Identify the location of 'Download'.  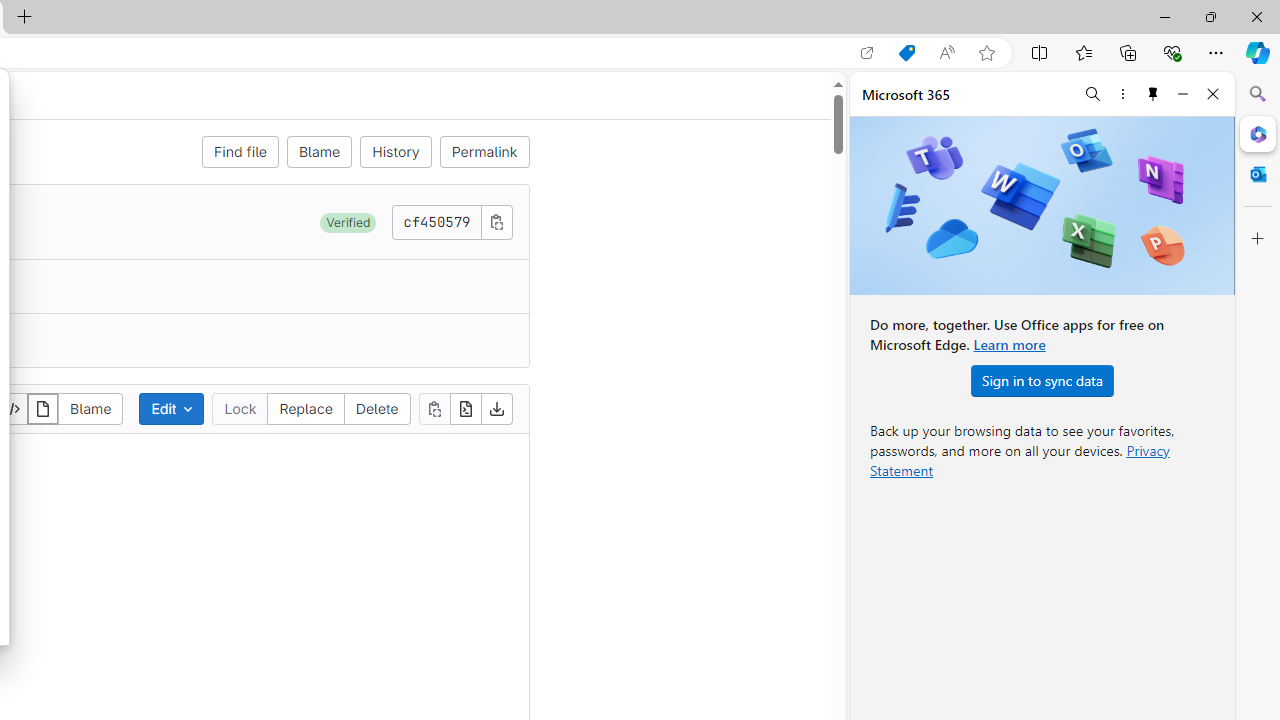
(496, 407).